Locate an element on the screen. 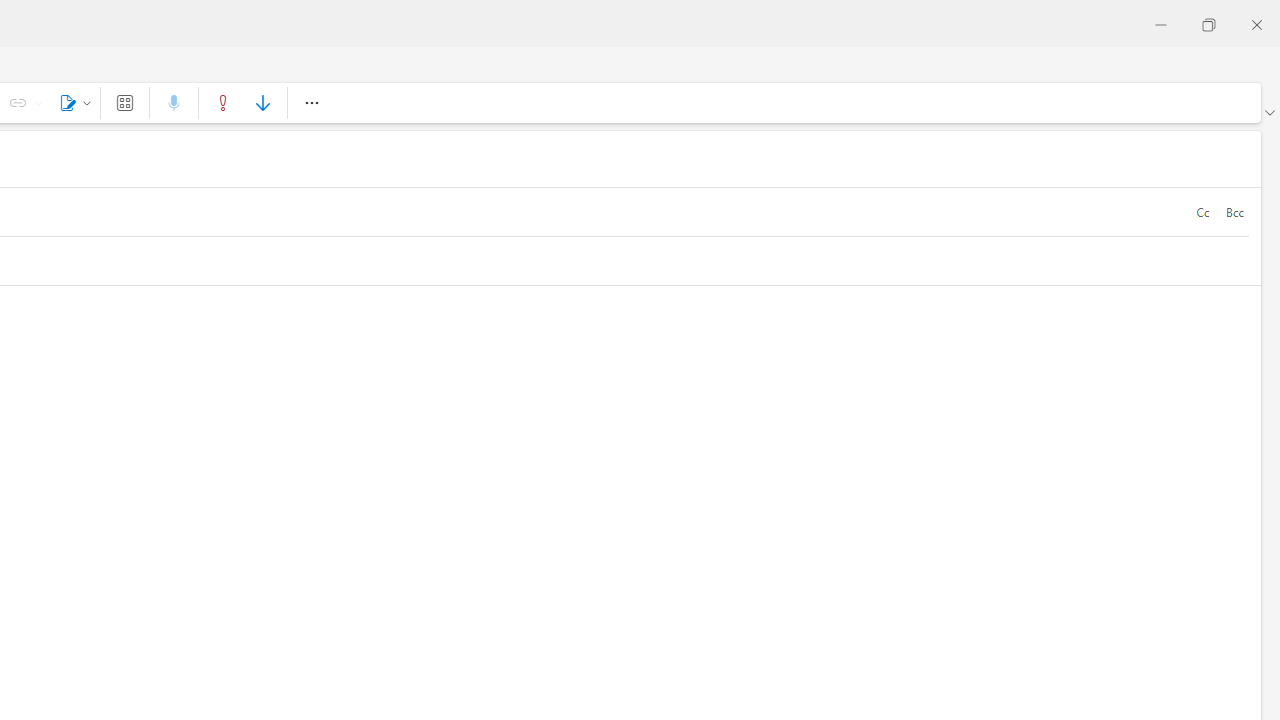 This screenshot has height=720, width=1280. 'Bcc' is located at coordinates (1233, 212).